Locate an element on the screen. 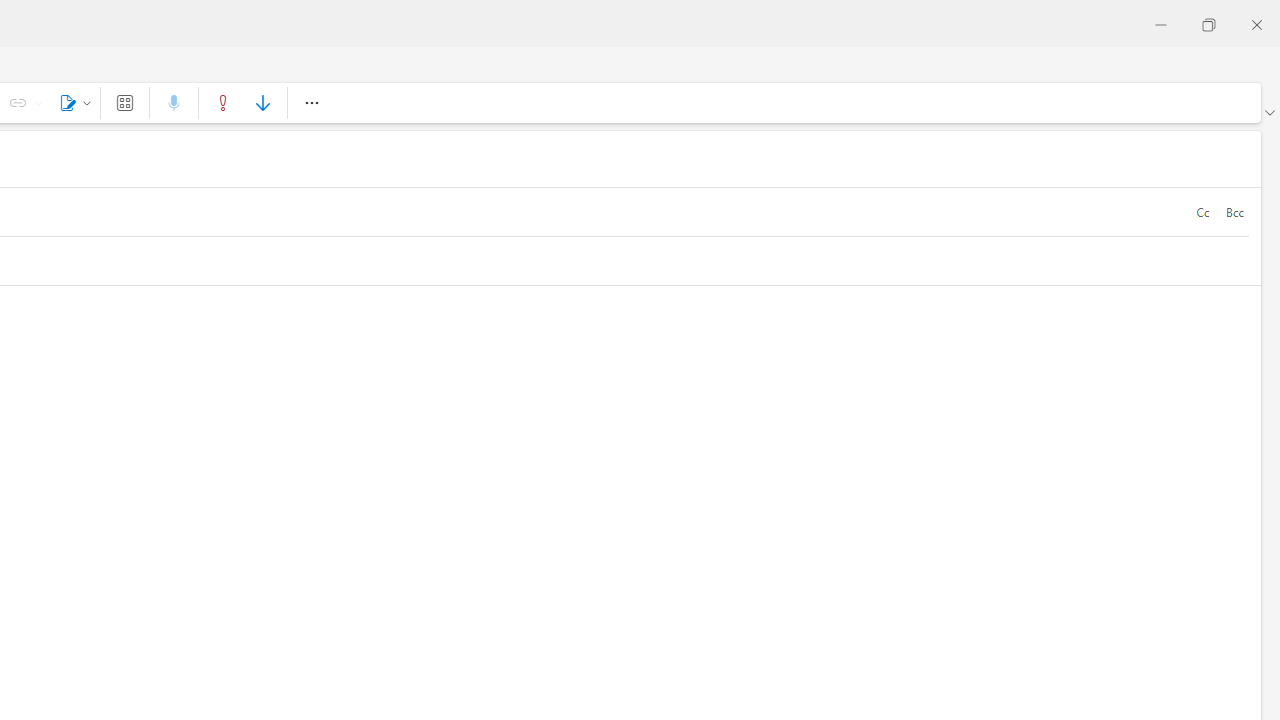 This screenshot has height=720, width=1280. 'Bcc' is located at coordinates (1233, 212).